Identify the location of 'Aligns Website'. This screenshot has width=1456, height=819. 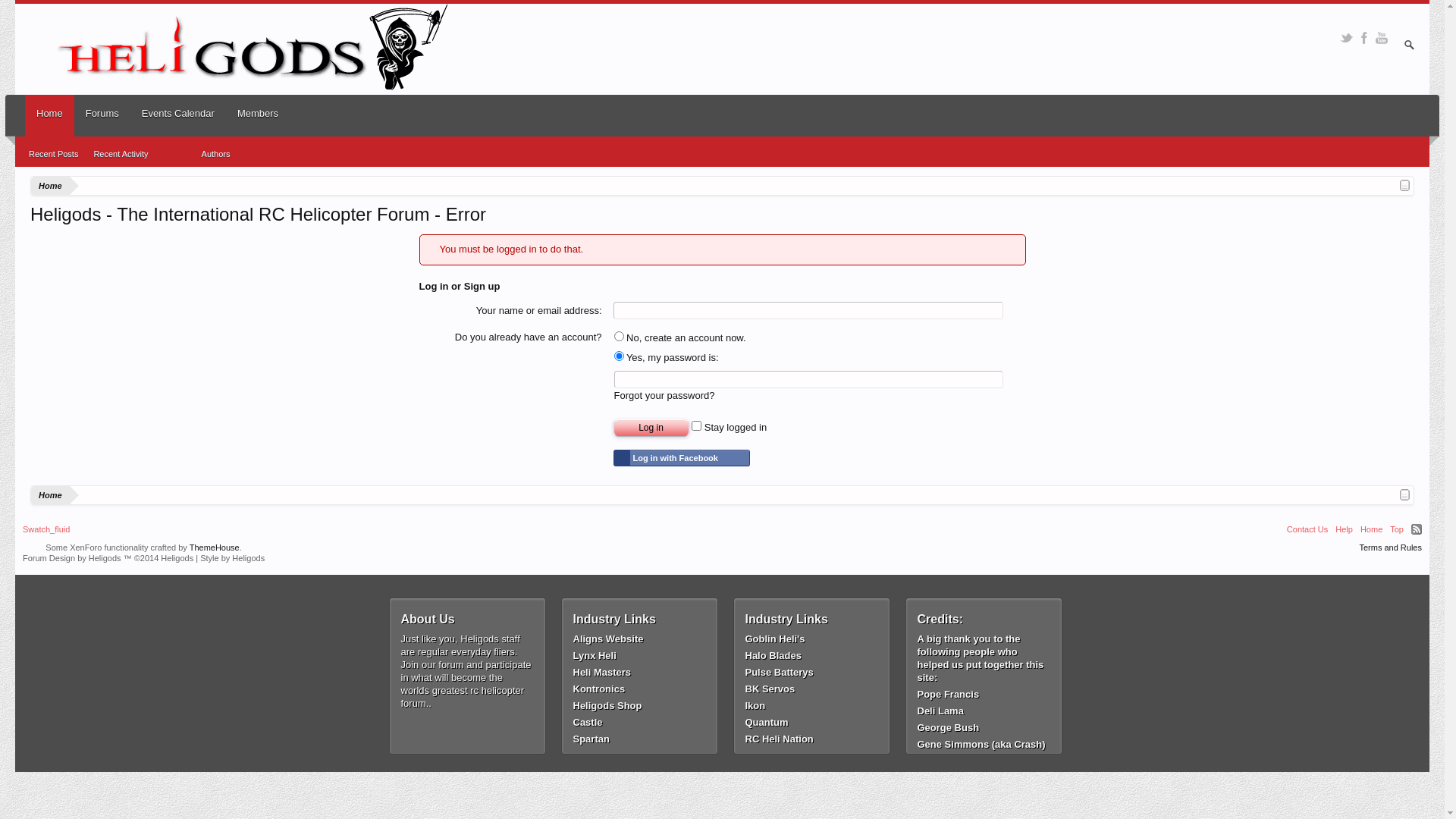
(639, 639).